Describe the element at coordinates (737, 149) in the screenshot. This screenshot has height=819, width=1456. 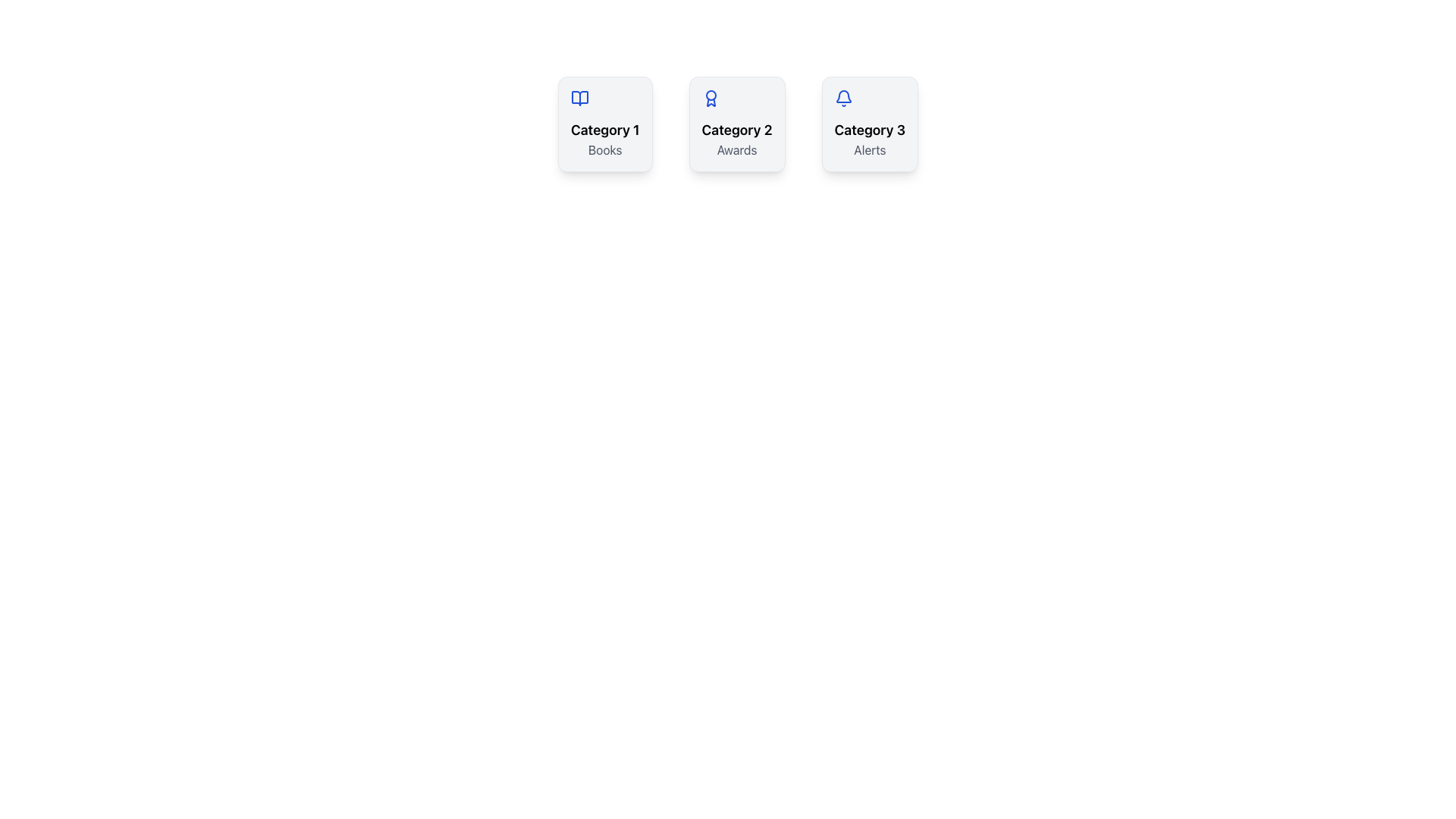
I see `text label 'Awards' styled in gray, located within the panel associated with 'Category 2'` at that location.